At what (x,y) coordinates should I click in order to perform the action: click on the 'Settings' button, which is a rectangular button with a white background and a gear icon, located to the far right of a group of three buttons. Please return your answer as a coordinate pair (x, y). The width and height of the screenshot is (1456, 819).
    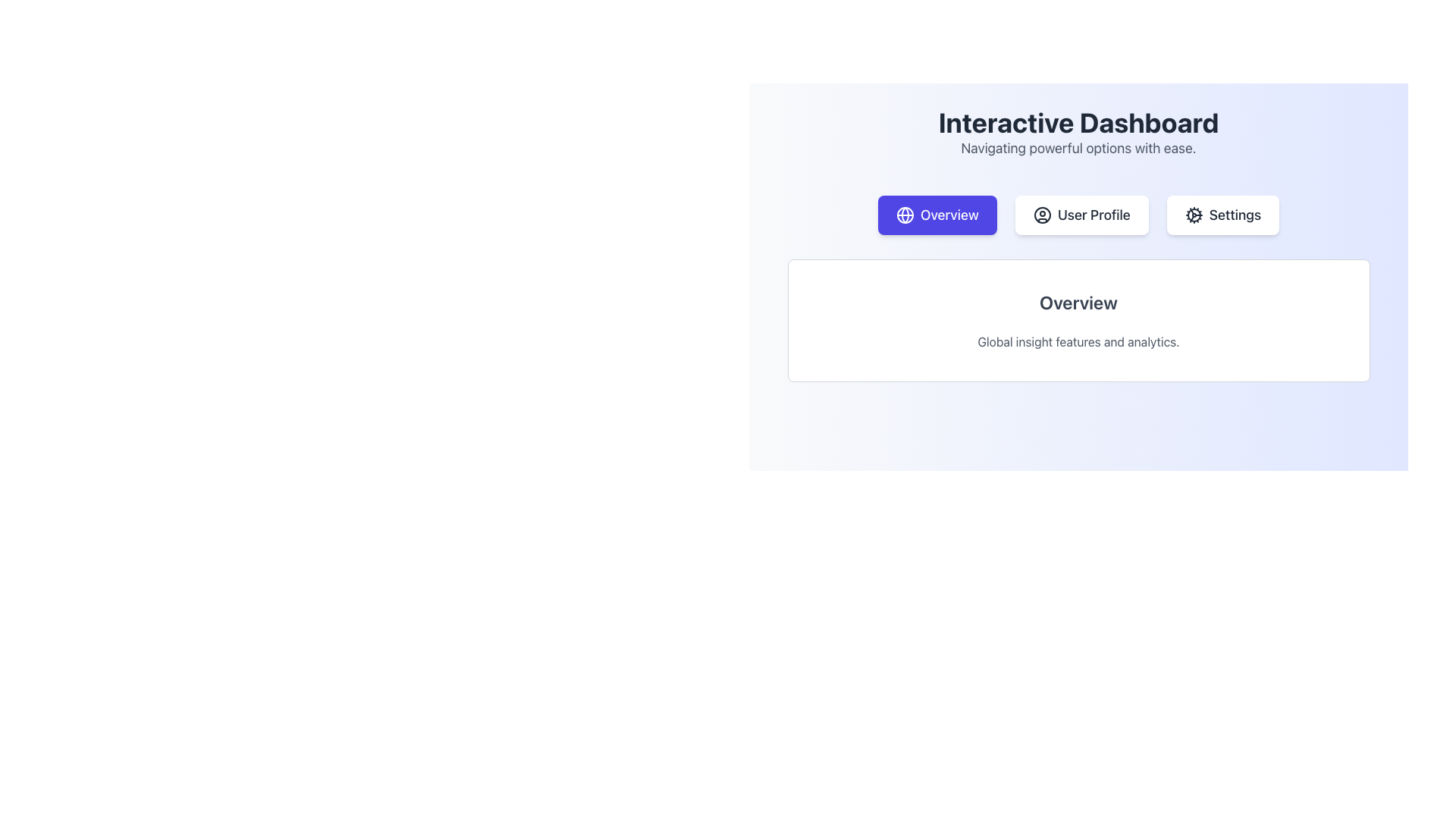
    Looking at the image, I should click on (1222, 215).